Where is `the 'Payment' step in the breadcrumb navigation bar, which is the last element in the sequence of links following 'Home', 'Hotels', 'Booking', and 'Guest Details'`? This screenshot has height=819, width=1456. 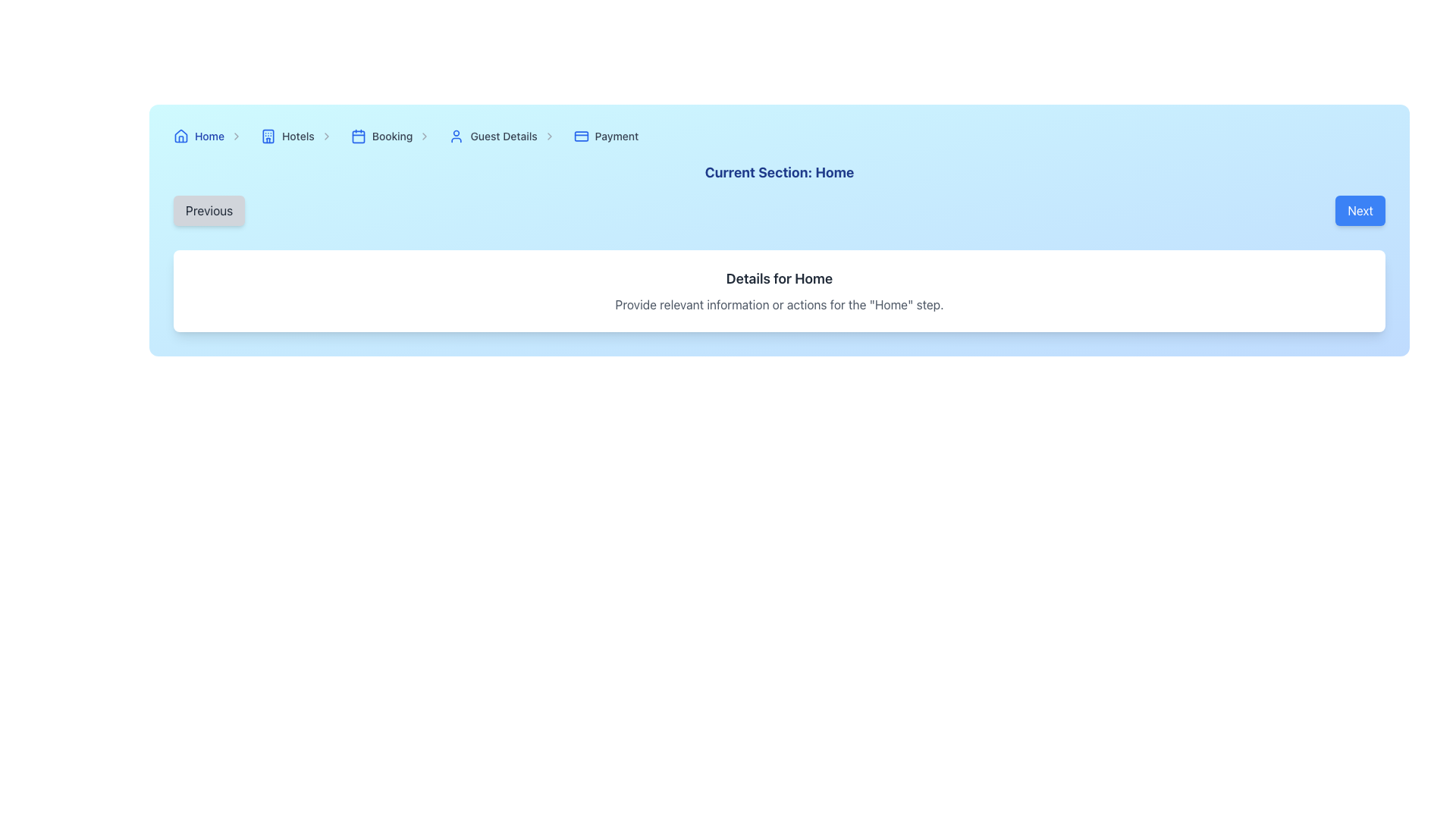 the 'Payment' step in the breadcrumb navigation bar, which is the last element in the sequence of links following 'Home', 'Hotels', 'Booking', and 'Guest Details' is located at coordinates (605, 136).